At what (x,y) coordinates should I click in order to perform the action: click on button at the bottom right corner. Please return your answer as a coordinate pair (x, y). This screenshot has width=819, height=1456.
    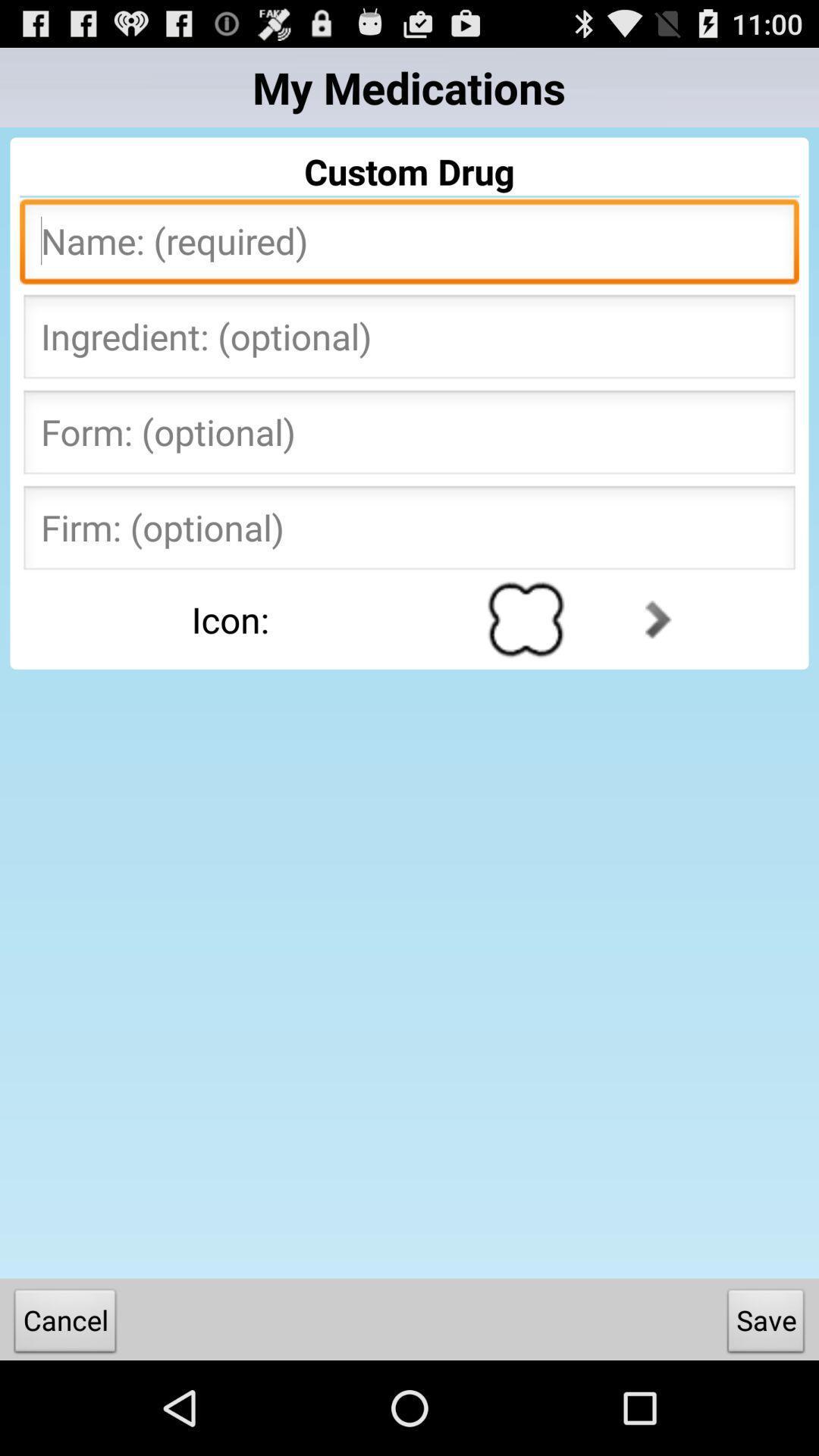
    Looking at the image, I should click on (766, 1323).